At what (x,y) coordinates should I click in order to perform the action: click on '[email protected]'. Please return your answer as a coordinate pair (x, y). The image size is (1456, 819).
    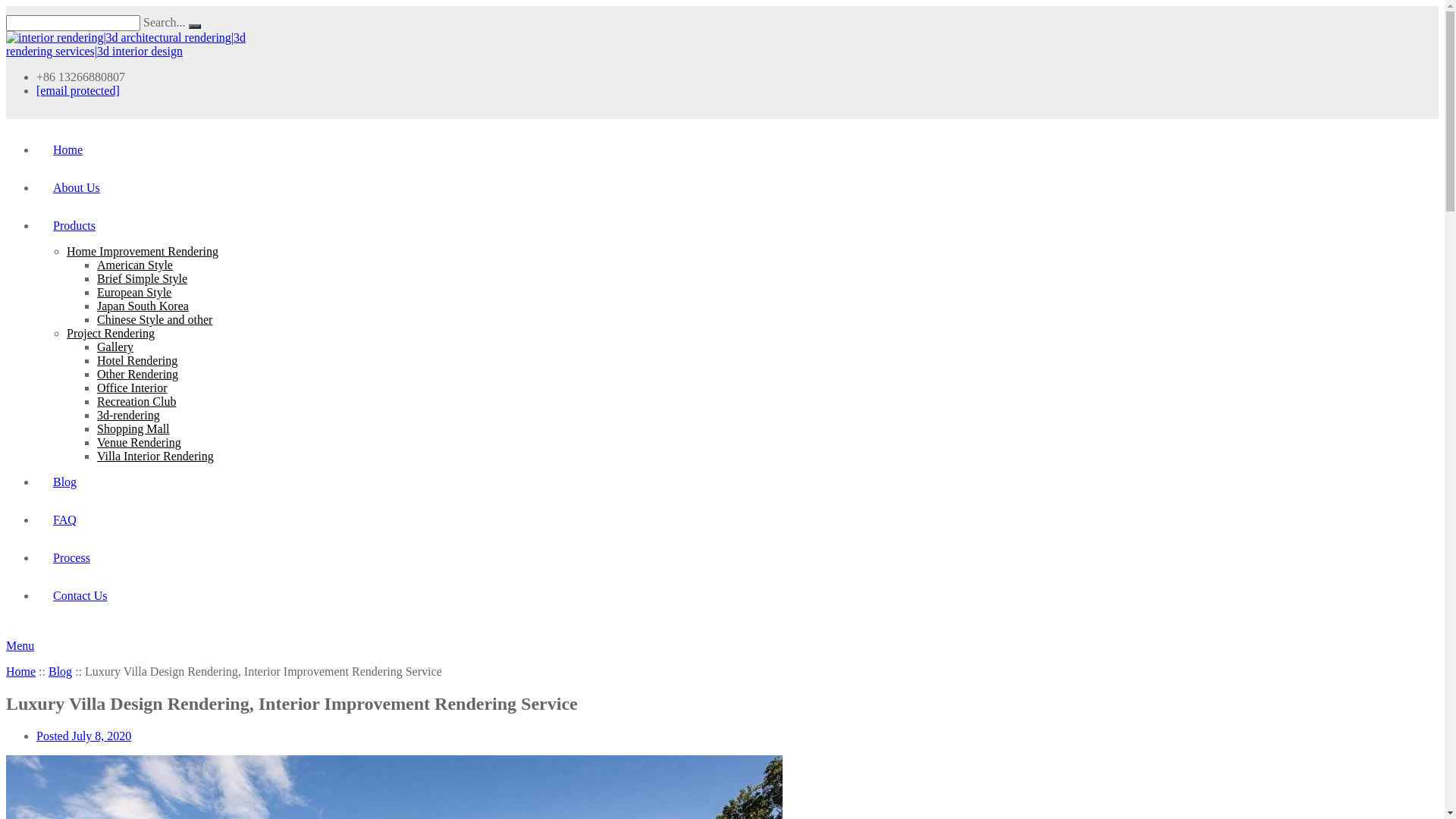
    Looking at the image, I should click on (77, 90).